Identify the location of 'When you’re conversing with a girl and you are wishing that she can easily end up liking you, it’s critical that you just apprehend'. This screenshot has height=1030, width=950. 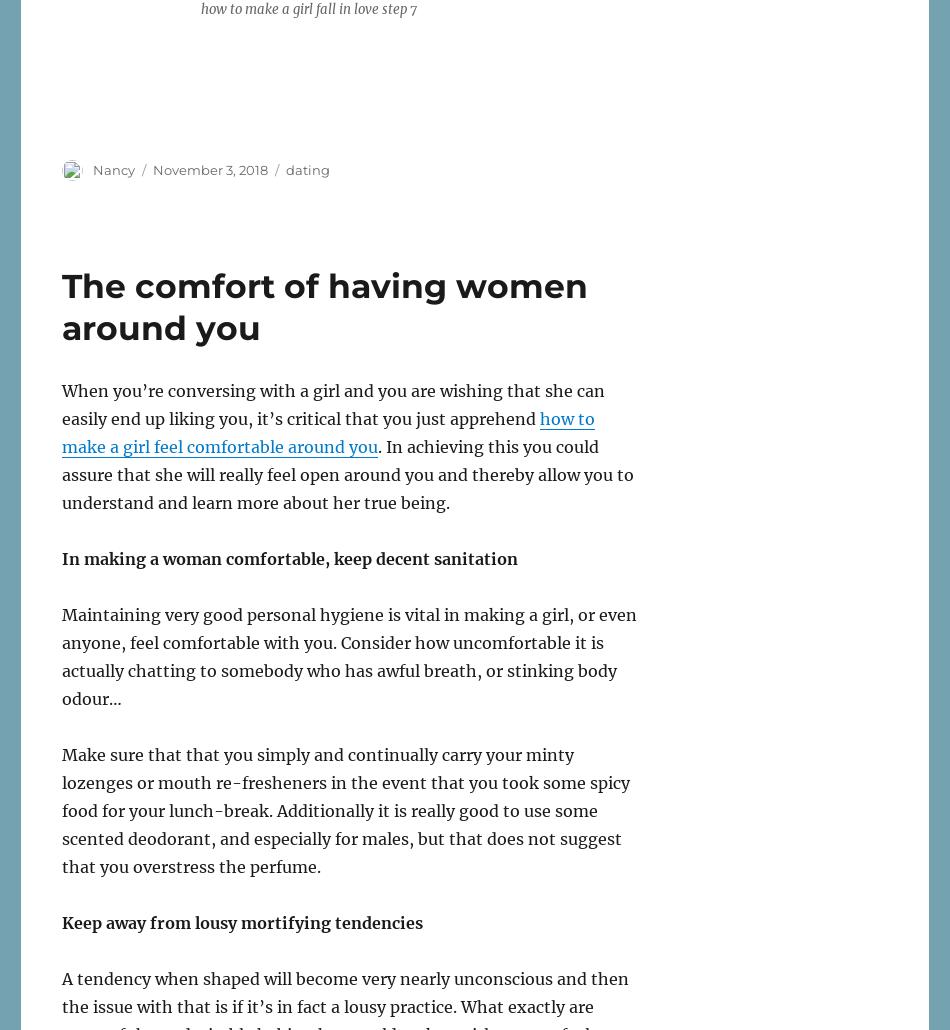
(332, 403).